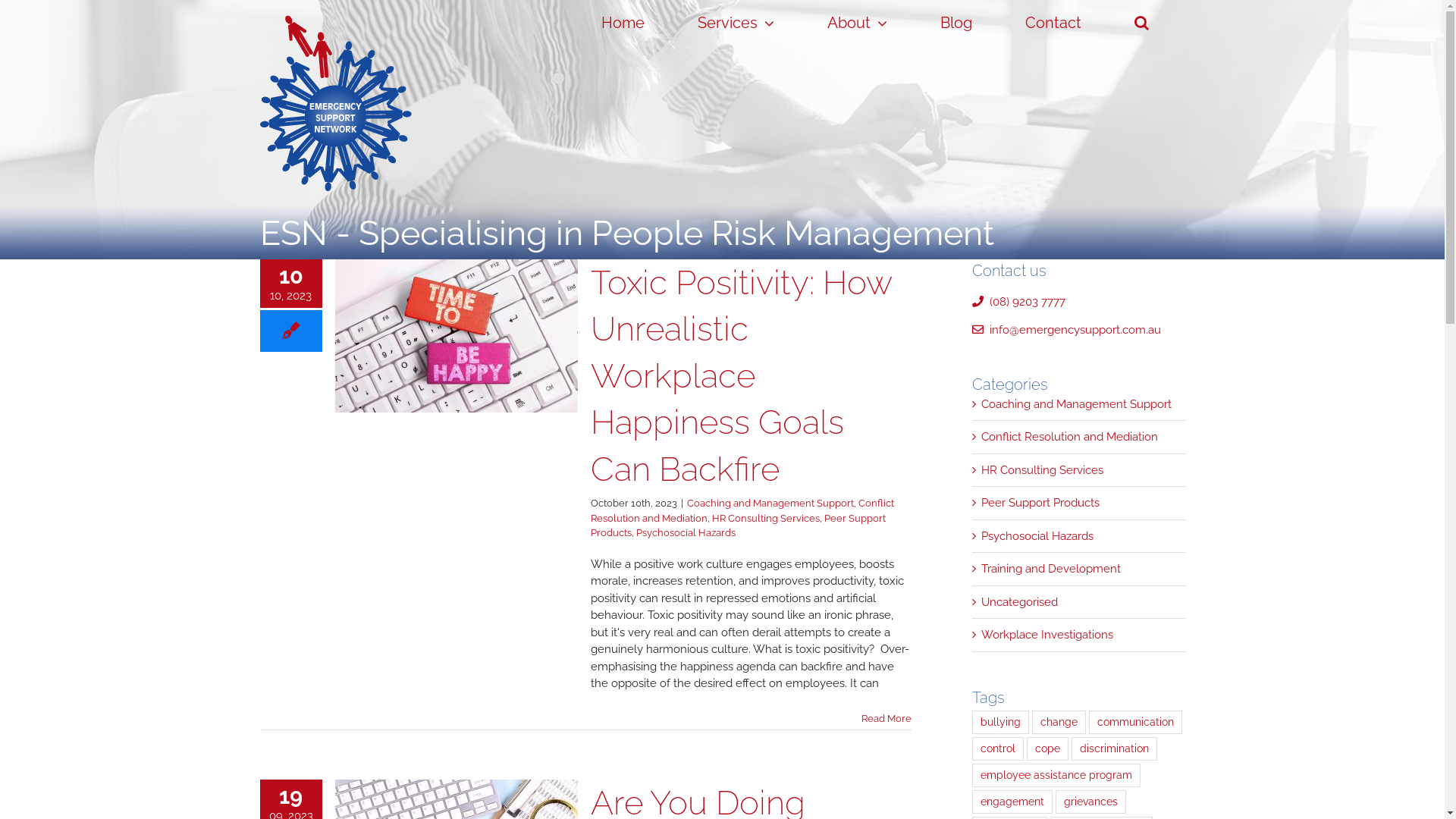 The height and width of the screenshot is (819, 1456). Describe the element at coordinates (1000, 720) in the screenshot. I see `'bullying'` at that location.